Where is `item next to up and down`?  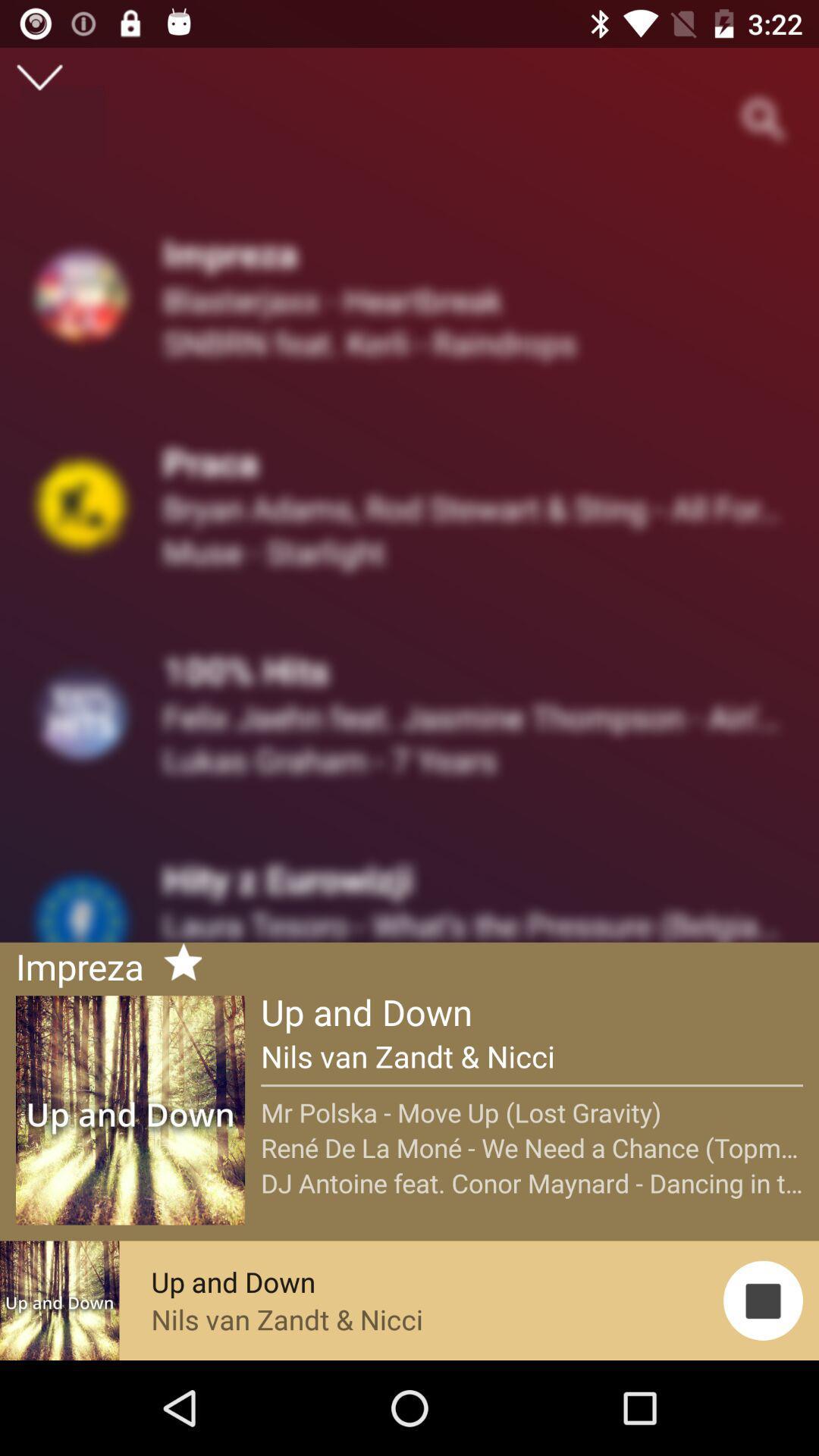
item next to up and down is located at coordinates (176, 964).